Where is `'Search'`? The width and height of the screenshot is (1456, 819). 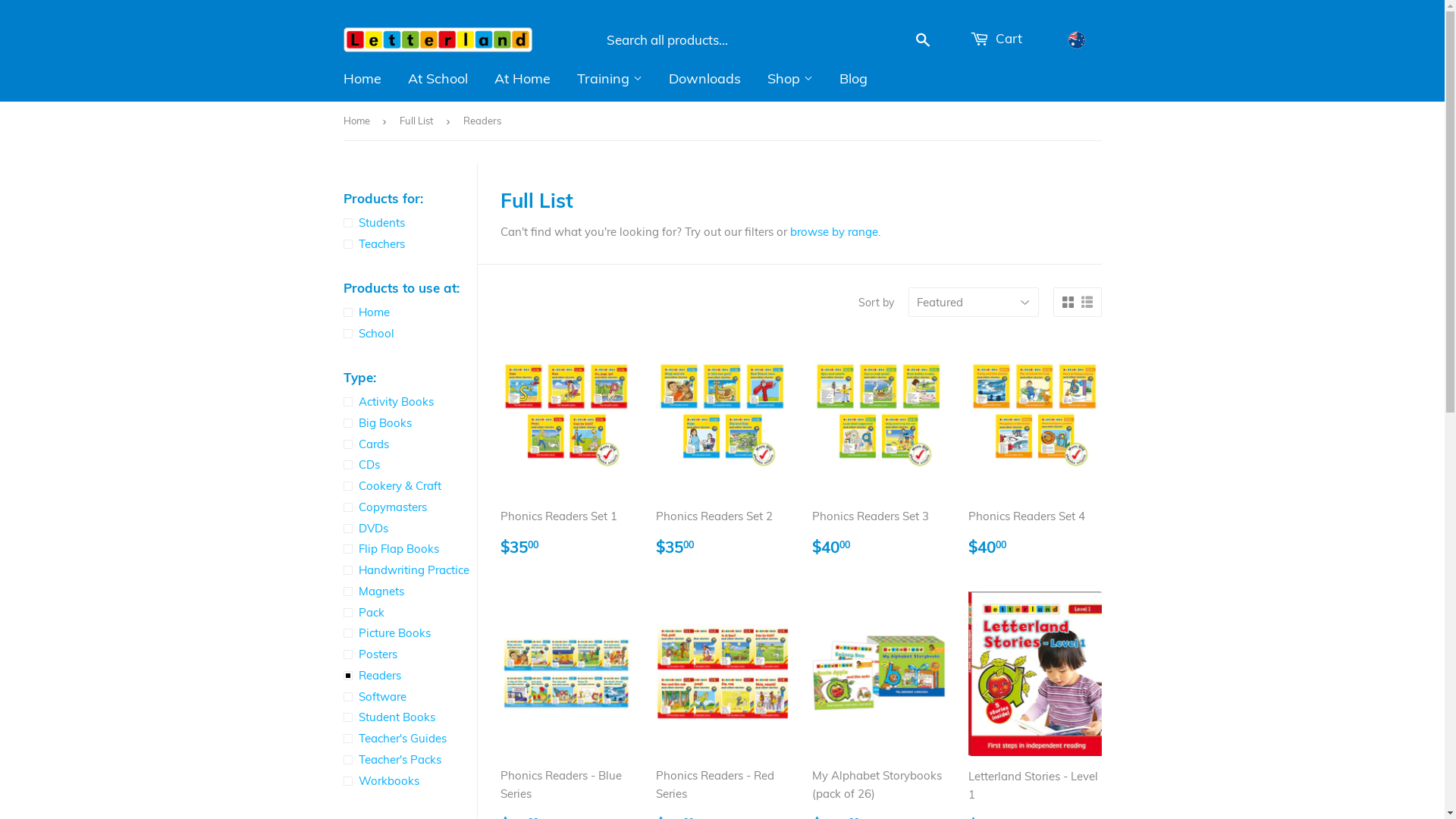 'Search' is located at coordinates (922, 39).